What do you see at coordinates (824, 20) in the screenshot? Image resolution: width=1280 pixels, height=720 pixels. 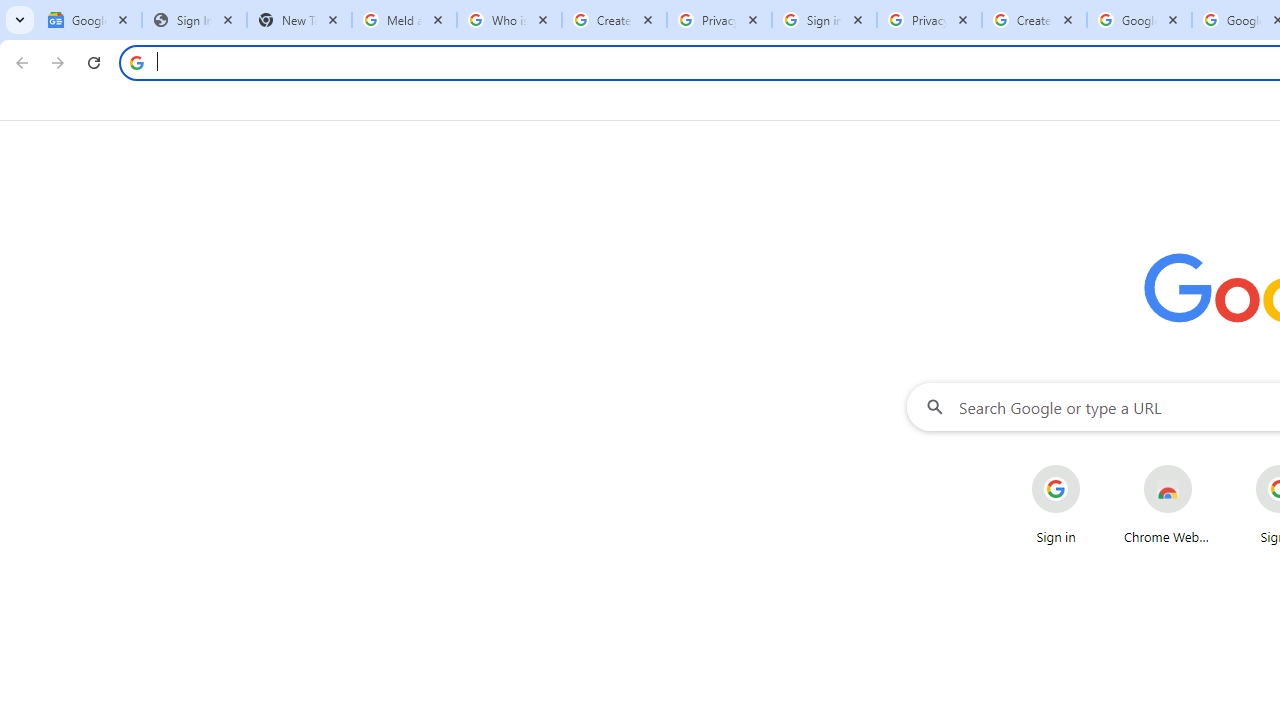 I see `'Sign in - Google Accounts'` at bounding box center [824, 20].